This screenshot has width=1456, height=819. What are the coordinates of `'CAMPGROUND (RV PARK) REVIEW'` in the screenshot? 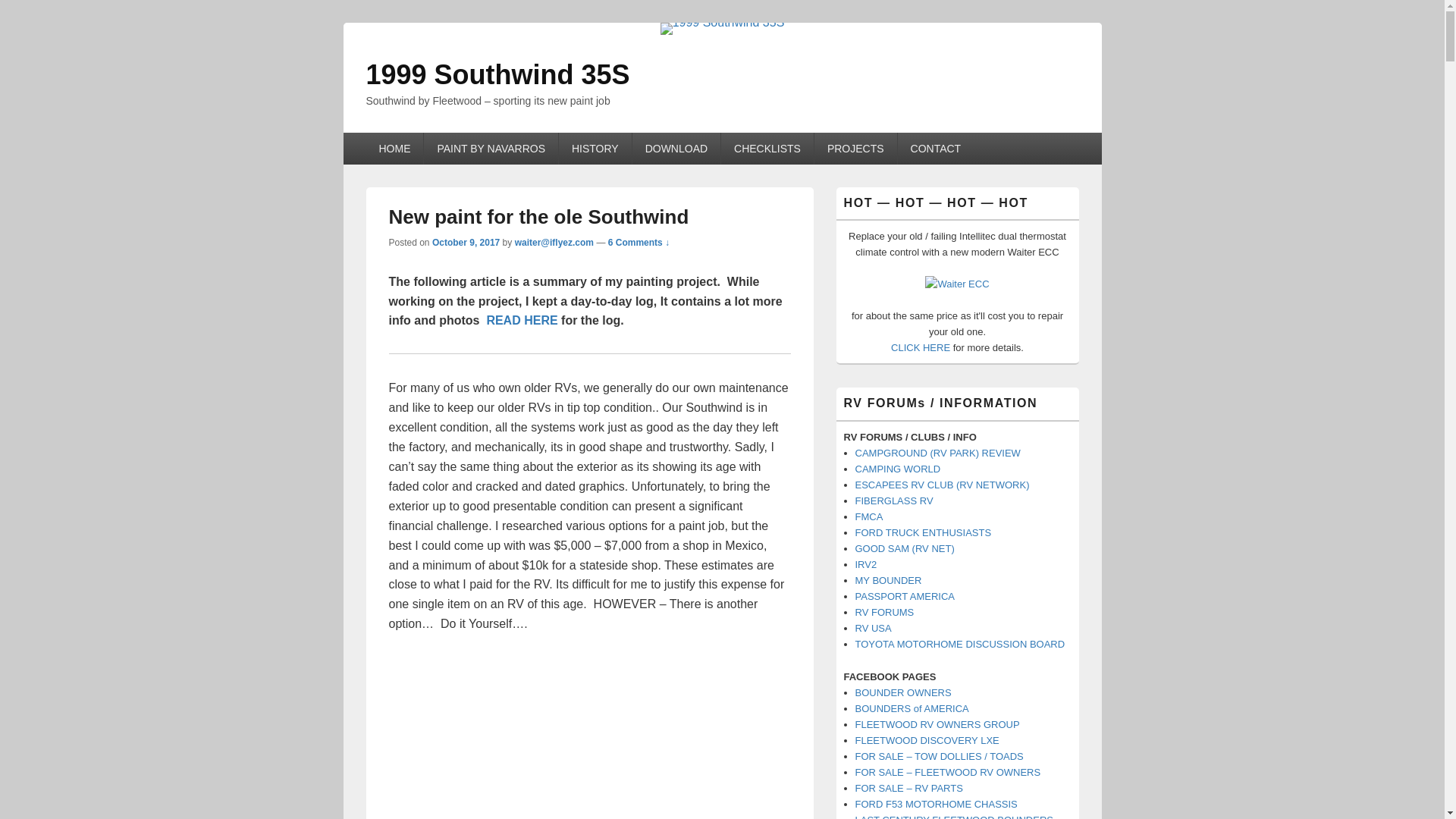 It's located at (937, 452).